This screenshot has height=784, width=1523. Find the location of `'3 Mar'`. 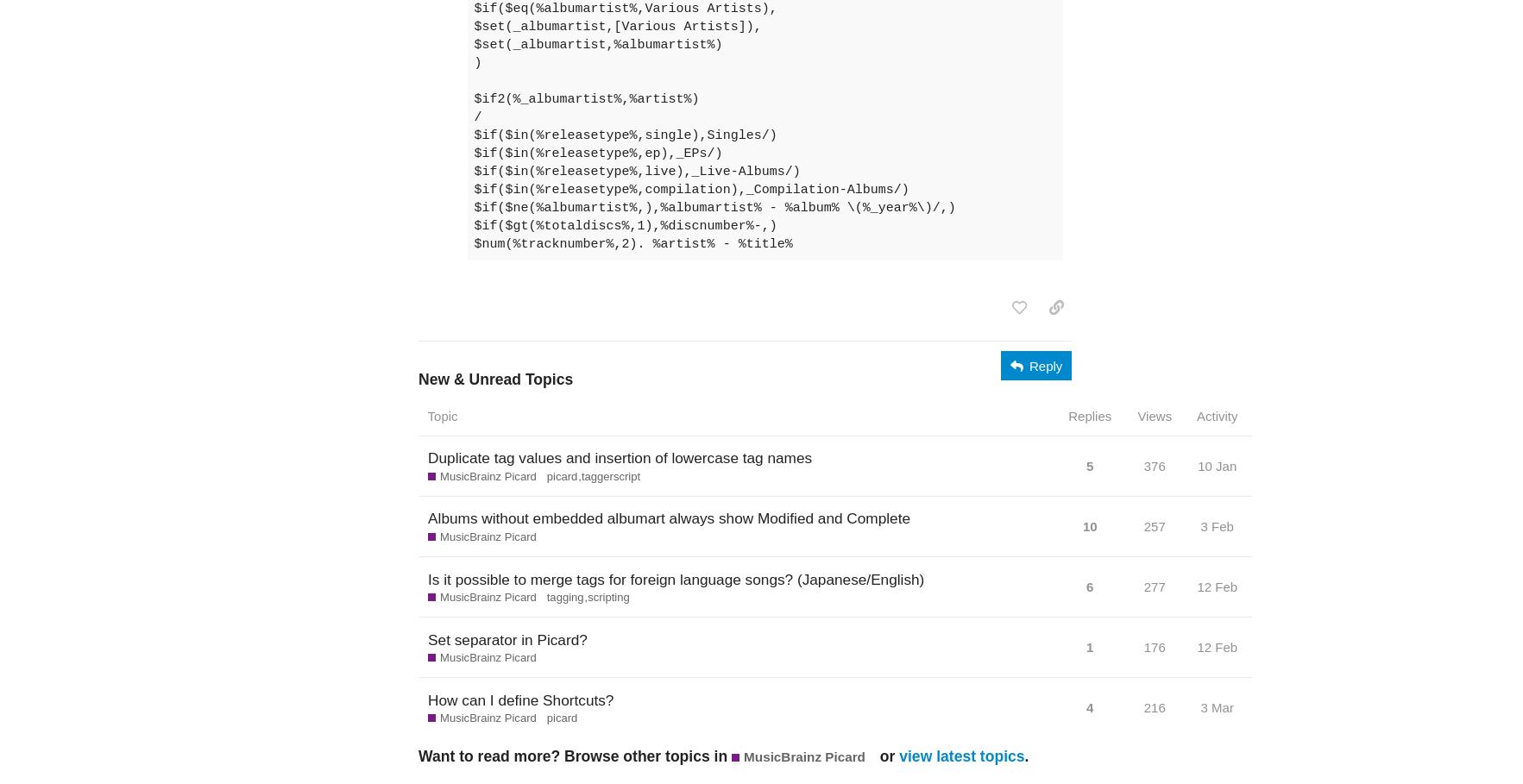

'3 Mar' is located at coordinates (1199, 707).